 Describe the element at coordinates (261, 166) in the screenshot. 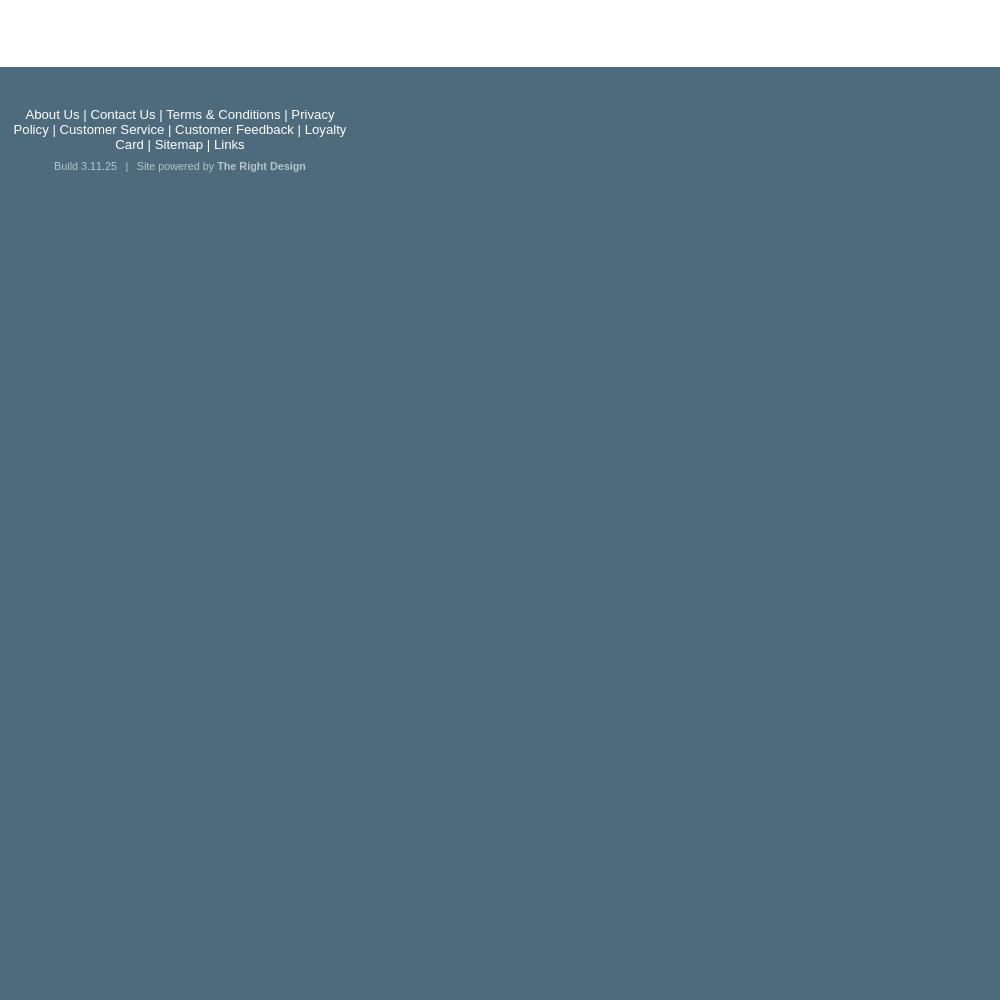

I see `'The Right Design'` at that location.